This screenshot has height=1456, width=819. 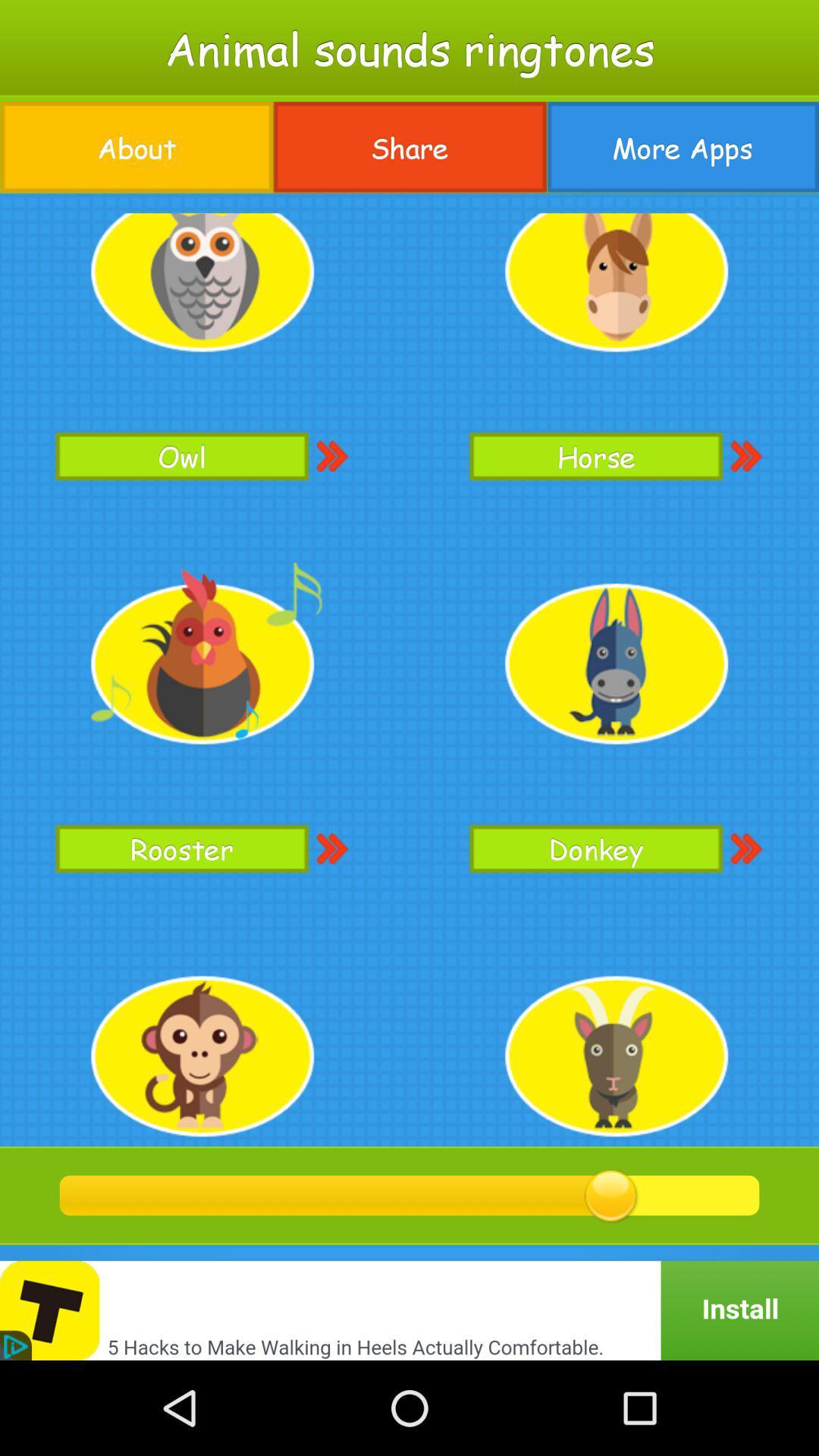 What do you see at coordinates (136, 147) in the screenshot?
I see `the icon at the top left corner` at bounding box center [136, 147].